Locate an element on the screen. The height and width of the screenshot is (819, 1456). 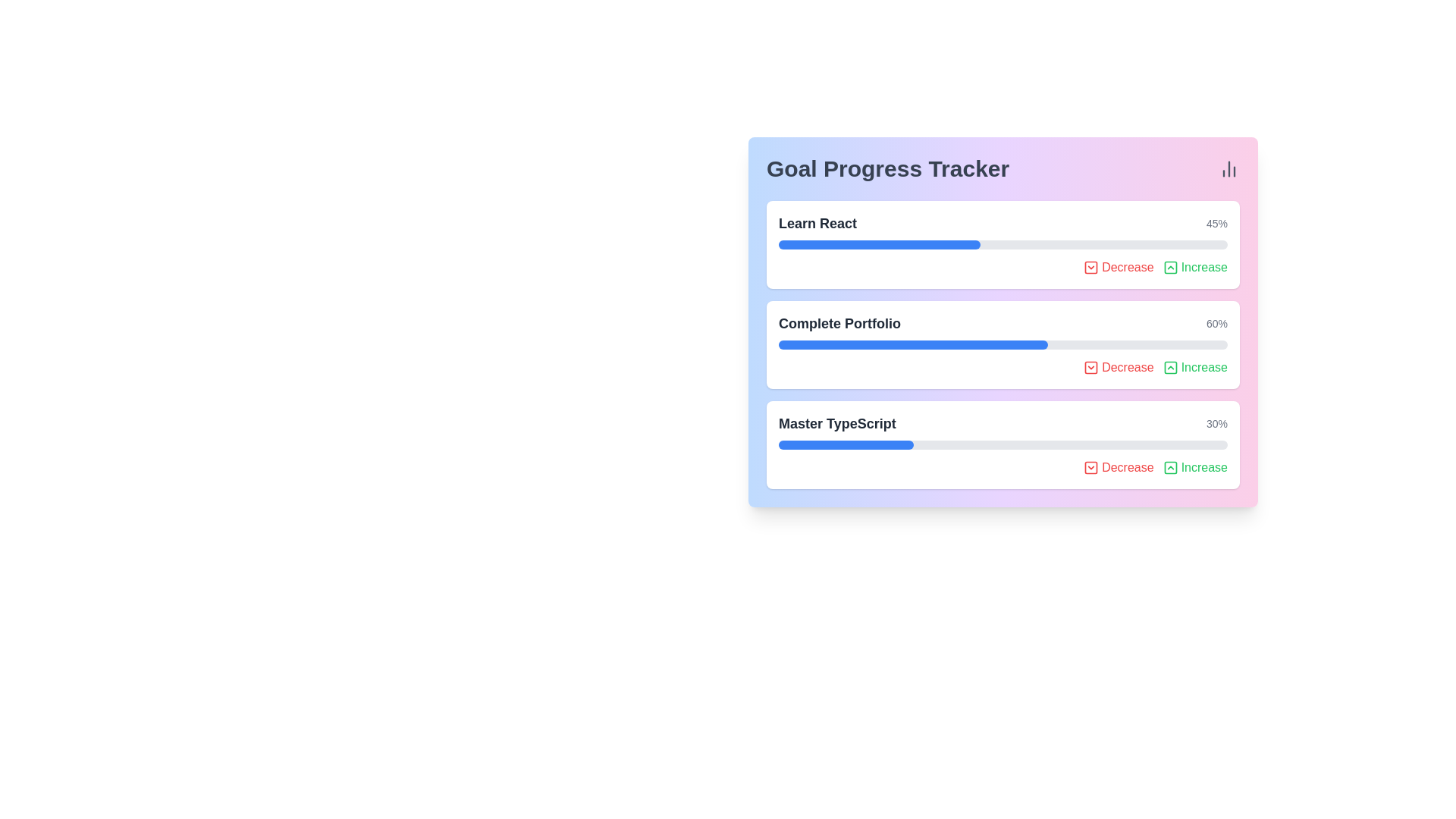
the 'Decrease' button located in the bottom row of the 'Goal Progress Tracker' section is located at coordinates (1119, 467).